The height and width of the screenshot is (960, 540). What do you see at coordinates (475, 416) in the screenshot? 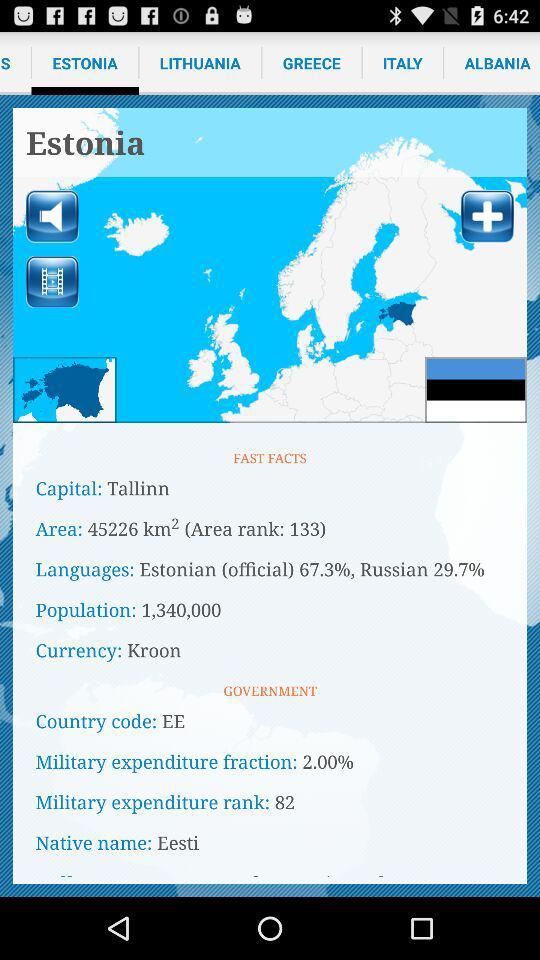
I see `the minus icon` at bounding box center [475, 416].